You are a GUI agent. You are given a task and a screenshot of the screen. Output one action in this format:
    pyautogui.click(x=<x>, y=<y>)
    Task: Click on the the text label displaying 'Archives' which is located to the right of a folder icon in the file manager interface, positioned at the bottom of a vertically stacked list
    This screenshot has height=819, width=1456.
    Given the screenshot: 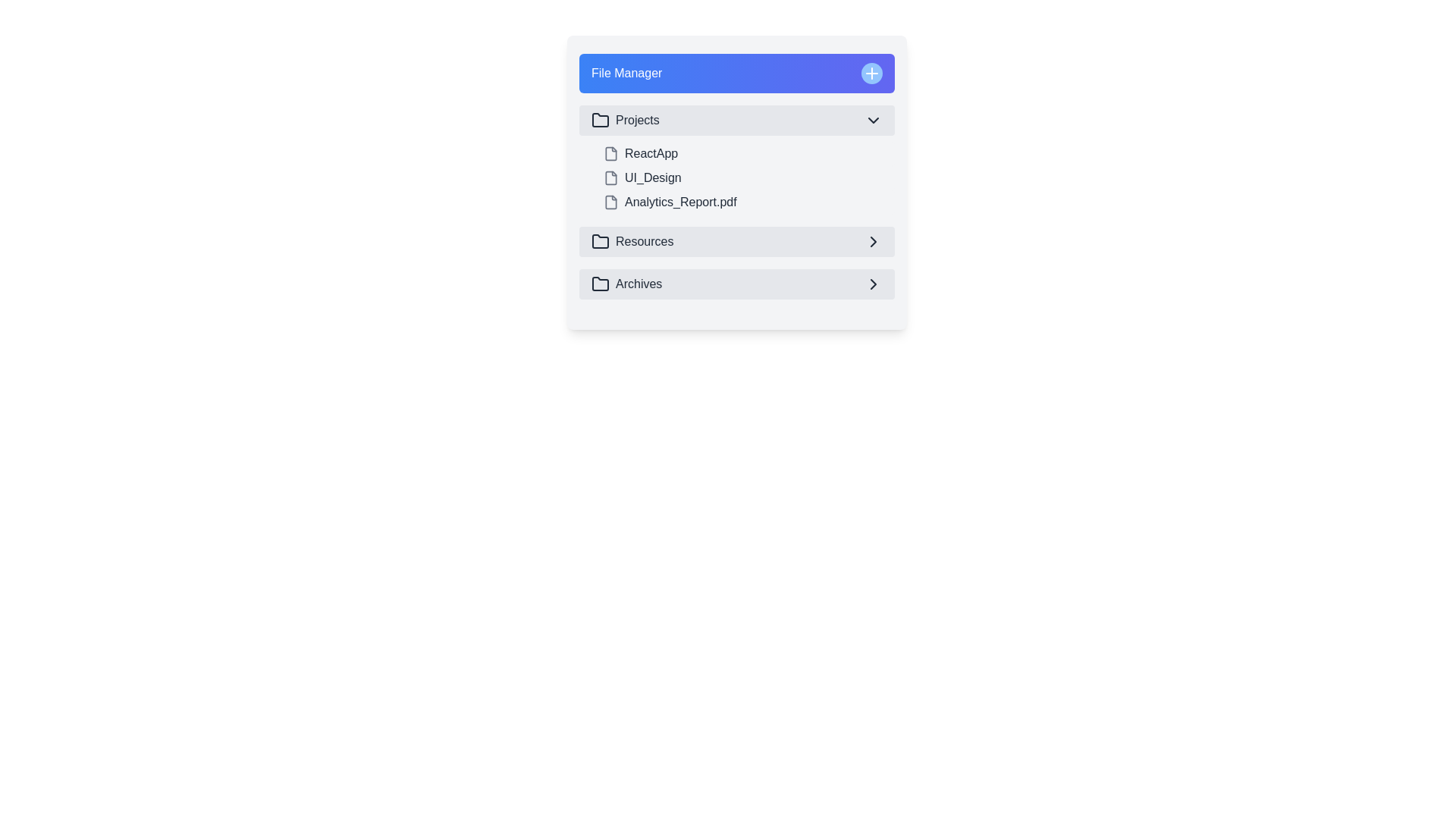 What is the action you would take?
    pyautogui.click(x=639, y=284)
    